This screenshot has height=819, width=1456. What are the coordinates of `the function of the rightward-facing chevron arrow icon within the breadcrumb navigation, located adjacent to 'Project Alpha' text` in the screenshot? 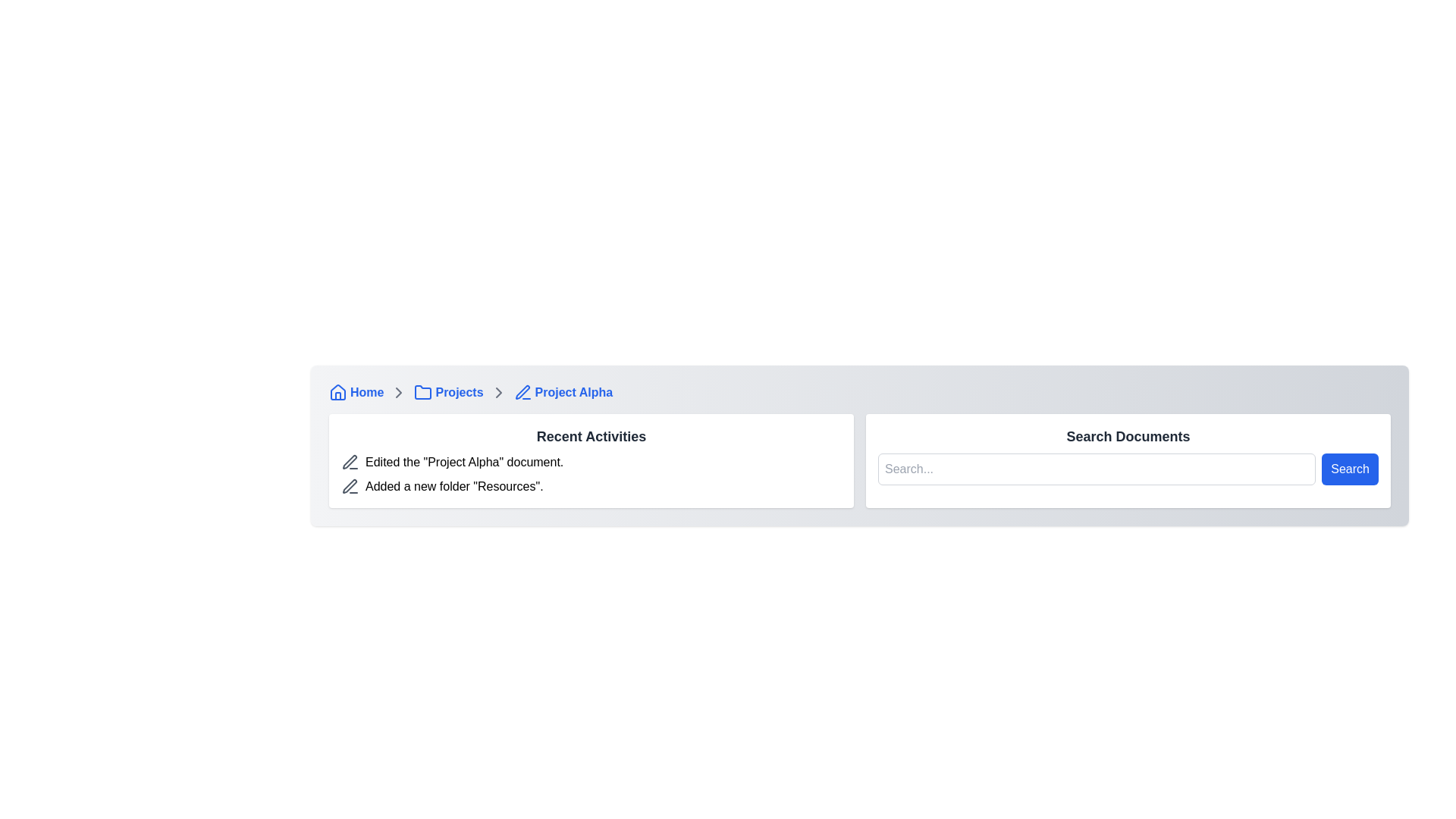 It's located at (498, 391).